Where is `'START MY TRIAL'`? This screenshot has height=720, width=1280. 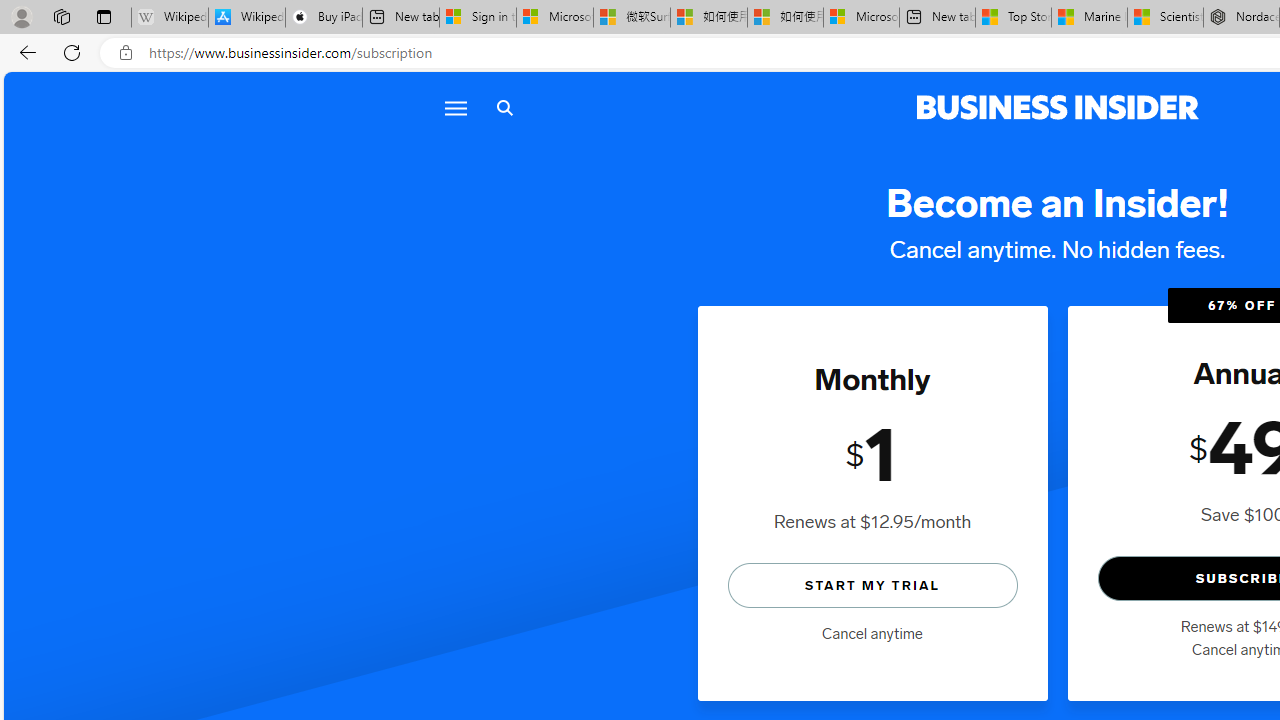
'START MY TRIAL' is located at coordinates (872, 585).